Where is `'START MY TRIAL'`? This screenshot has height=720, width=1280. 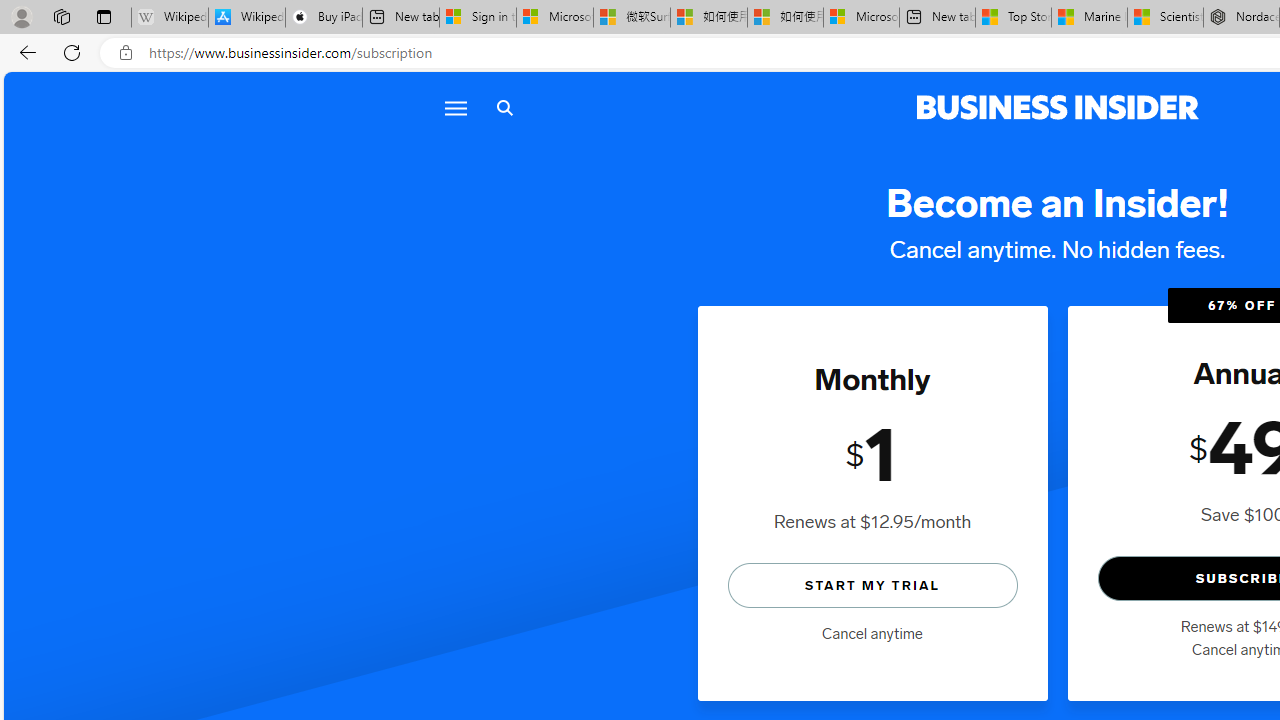
'START MY TRIAL' is located at coordinates (872, 585).